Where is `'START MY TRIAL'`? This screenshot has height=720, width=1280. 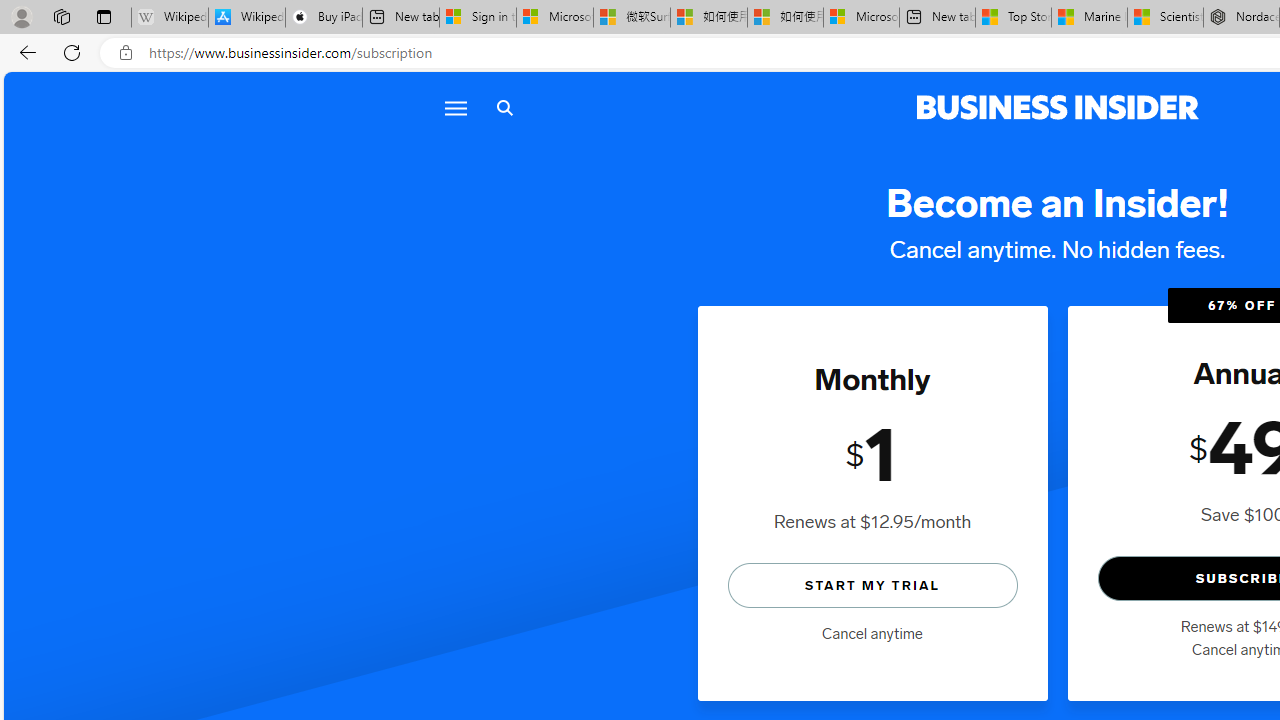
'START MY TRIAL' is located at coordinates (872, 585).